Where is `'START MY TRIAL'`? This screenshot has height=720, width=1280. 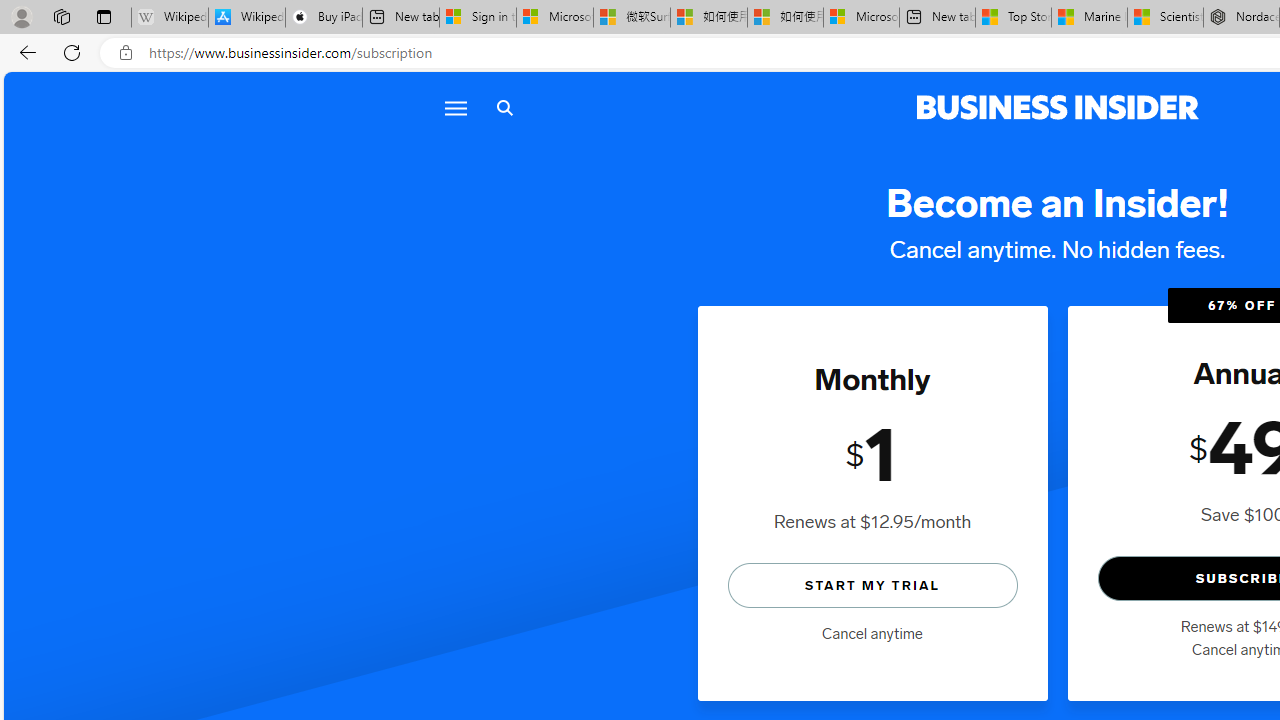
'START MY TRIAL' is located at coordinates (872, 585).